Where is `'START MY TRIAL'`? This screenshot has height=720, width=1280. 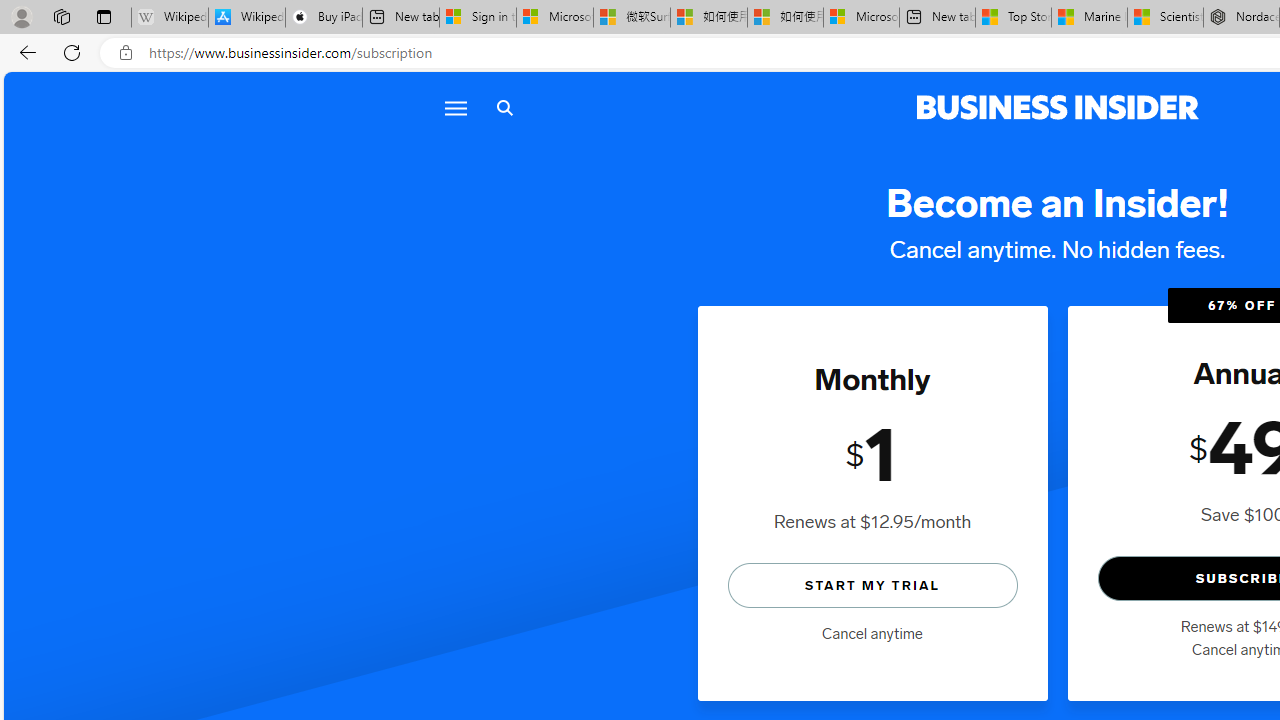
'START MY TRIAL' is located at coordinates (872, 585).